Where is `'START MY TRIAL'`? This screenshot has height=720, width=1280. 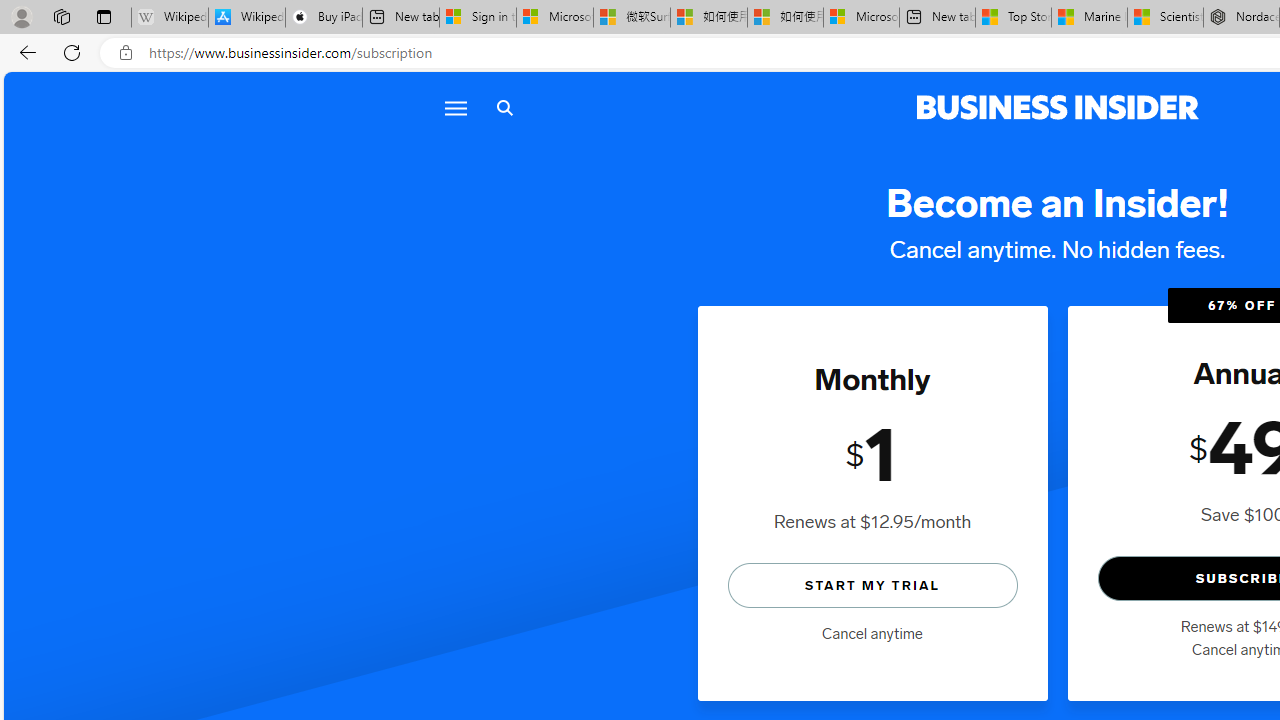
'START MY TRIAL' is located at coordinates (872, 585).